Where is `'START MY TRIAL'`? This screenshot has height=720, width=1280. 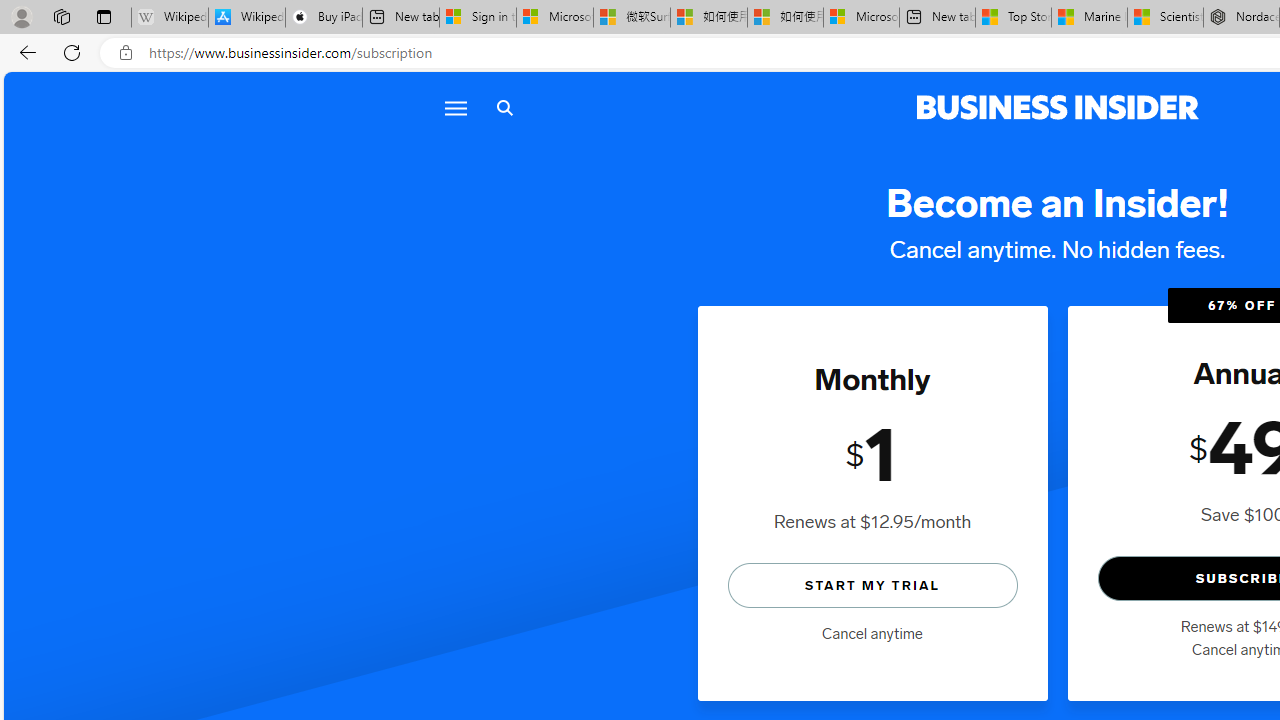
'START MY TRIAL' is located at coordinates (872, 585).